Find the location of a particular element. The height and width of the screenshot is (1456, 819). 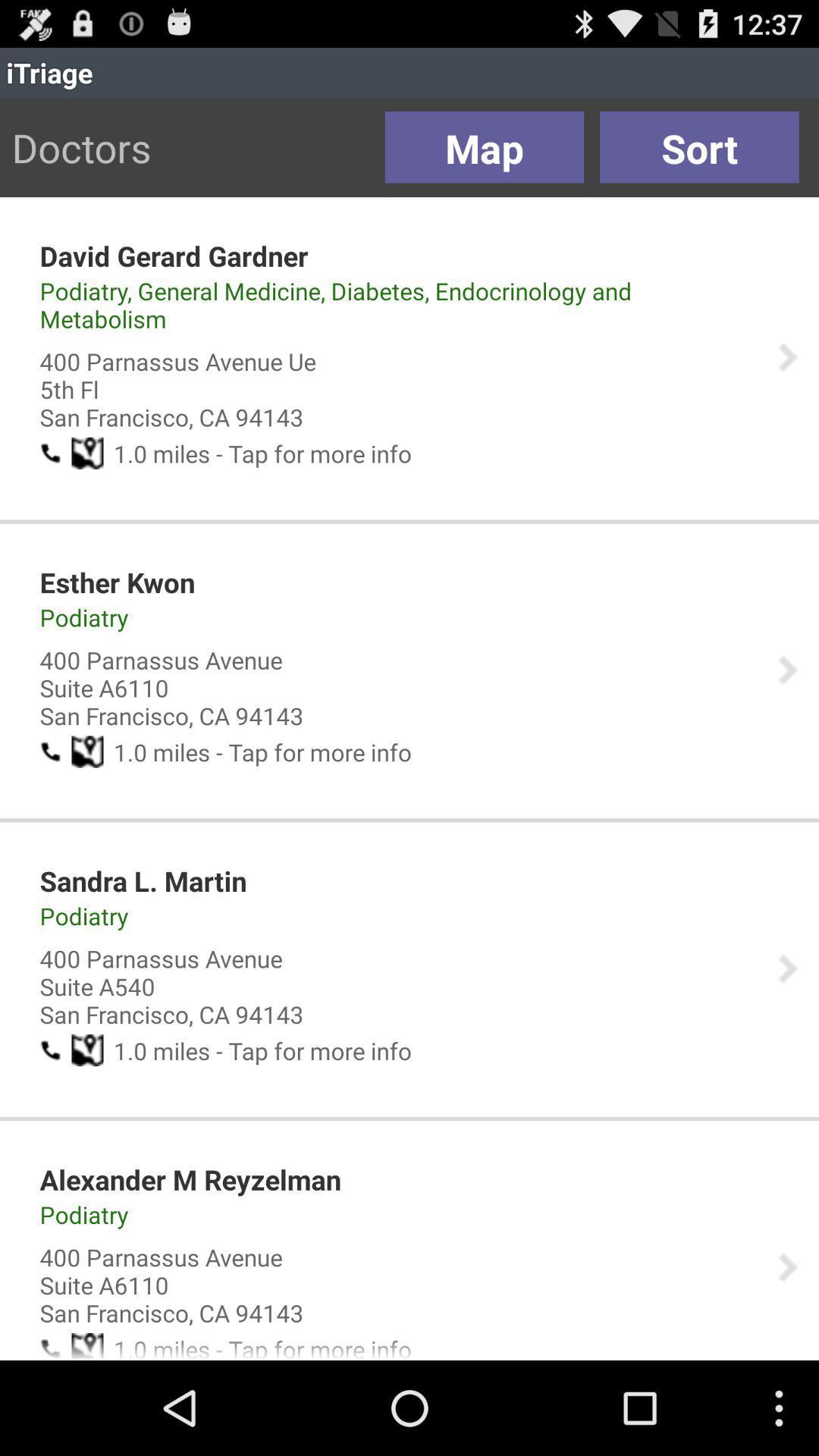

the item above the 400 parnassus avenue app is located at coordinates (397, 304).